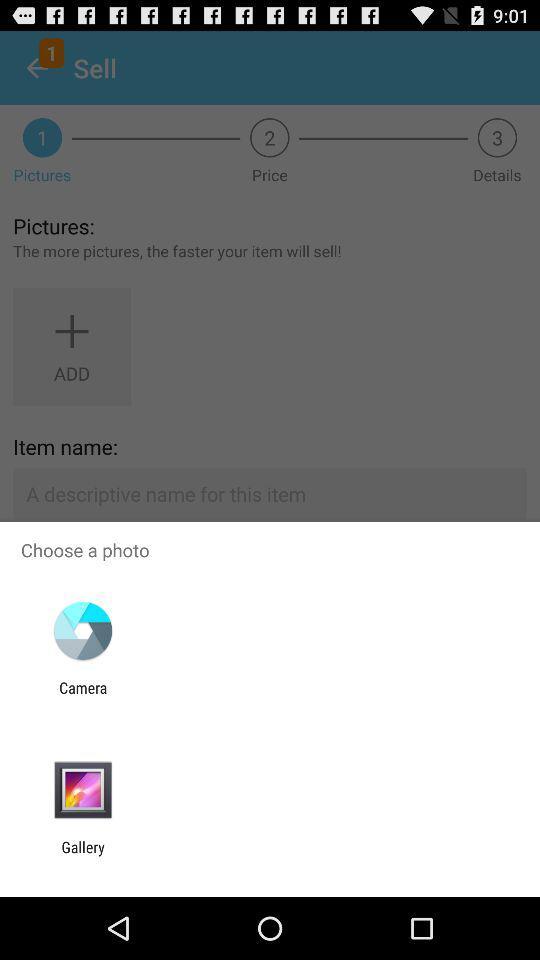 The image size is (540, 960). What do you see at coordinates (82, 855) in the screenshot?
I see `gallery app` at bounding box center [82, 855].